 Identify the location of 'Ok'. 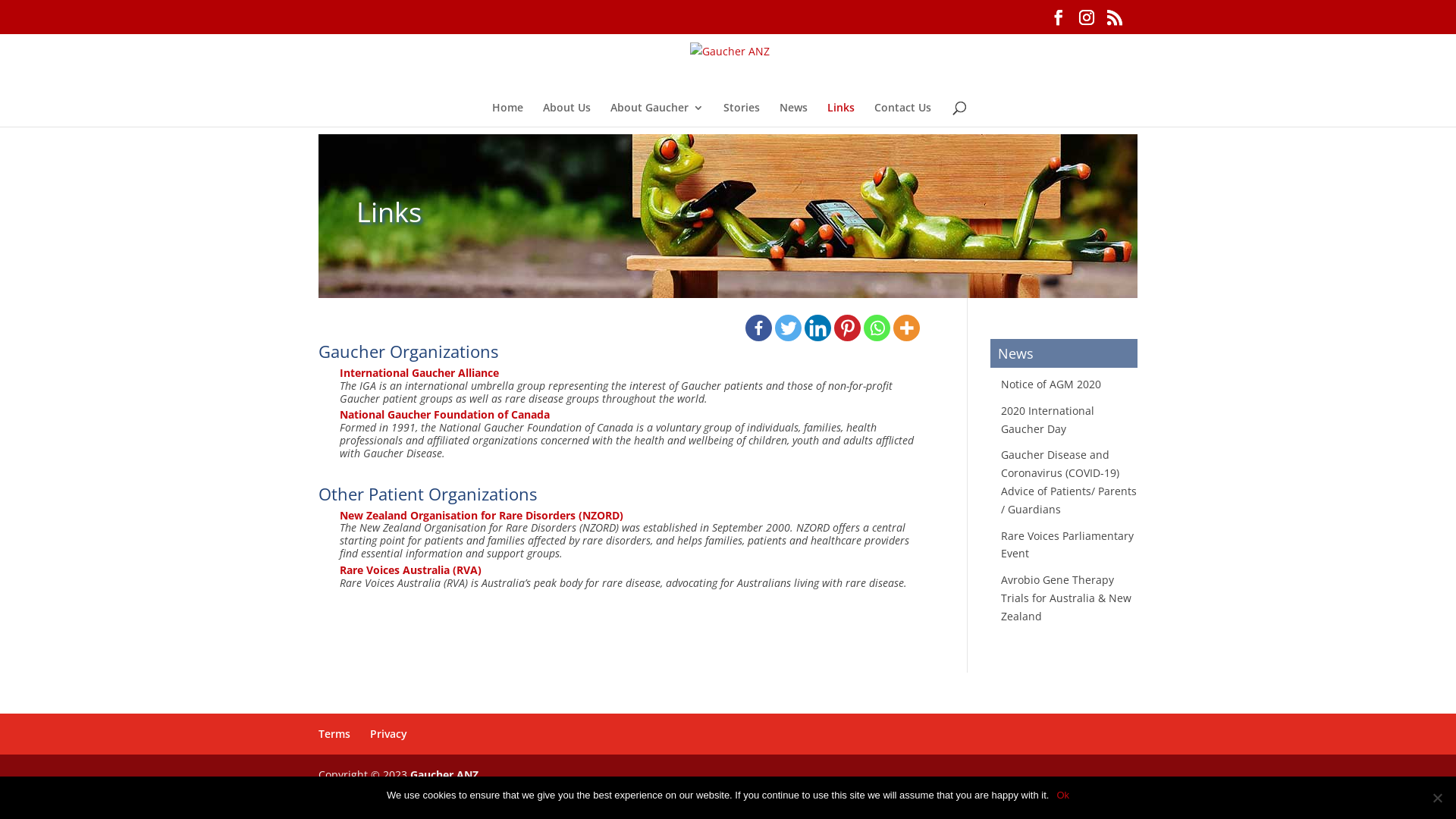
(1055, 795).